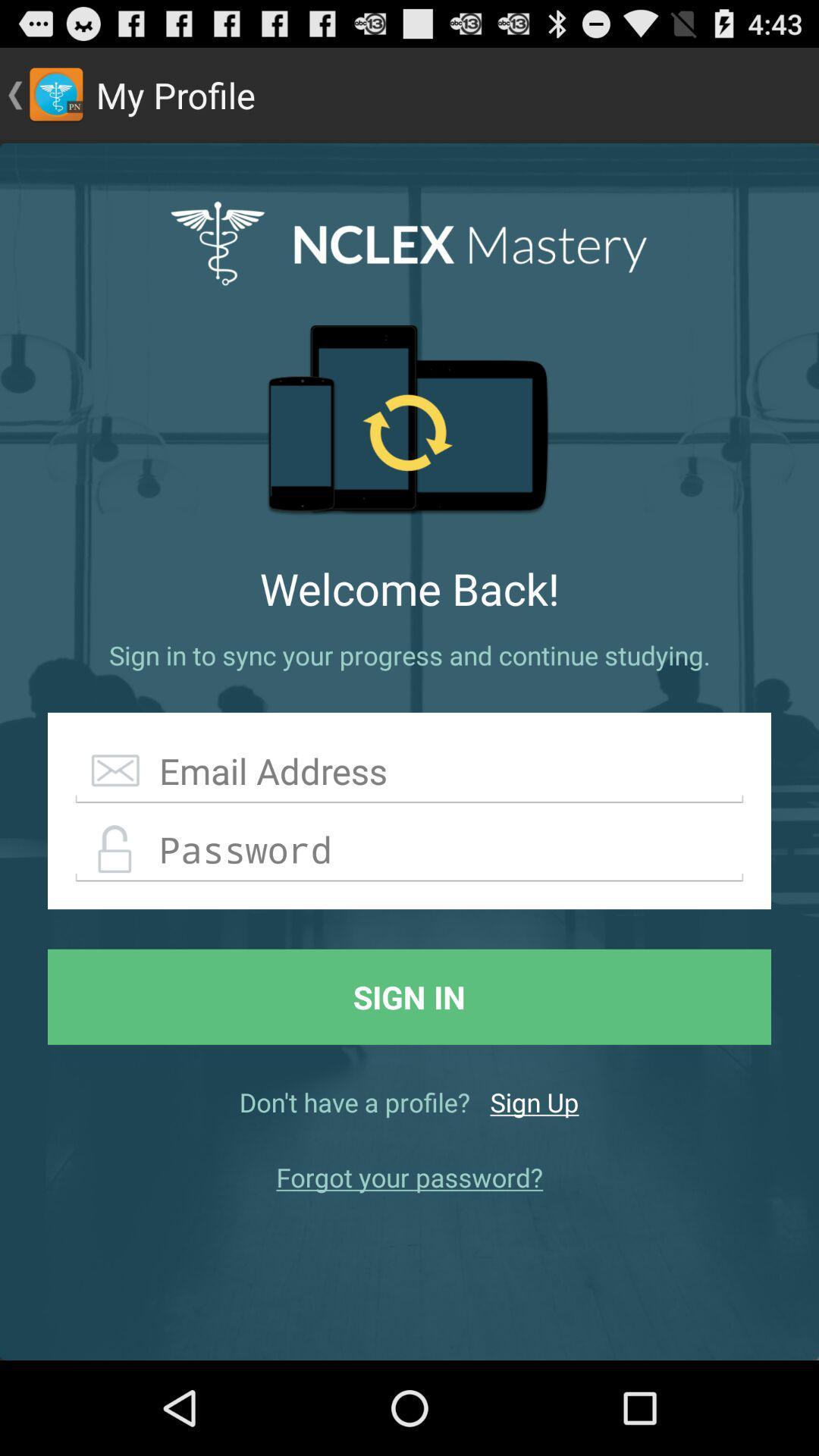 The image size is (819, 1456). I want to click on creat message, so click(409, 771).